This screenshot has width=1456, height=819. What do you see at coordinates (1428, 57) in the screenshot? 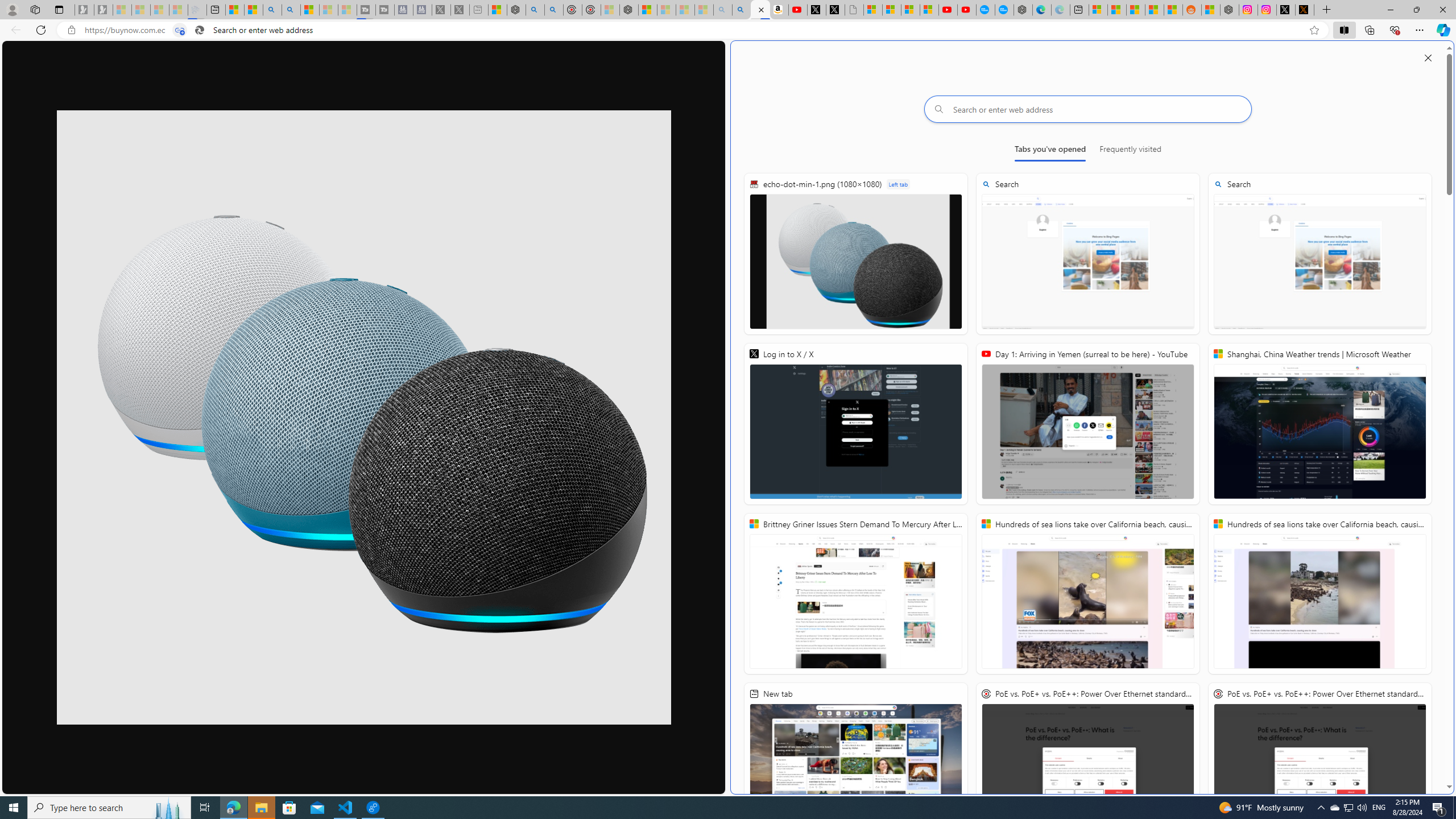
I see `'Close split screen'` at bounding box center [1428, 57].